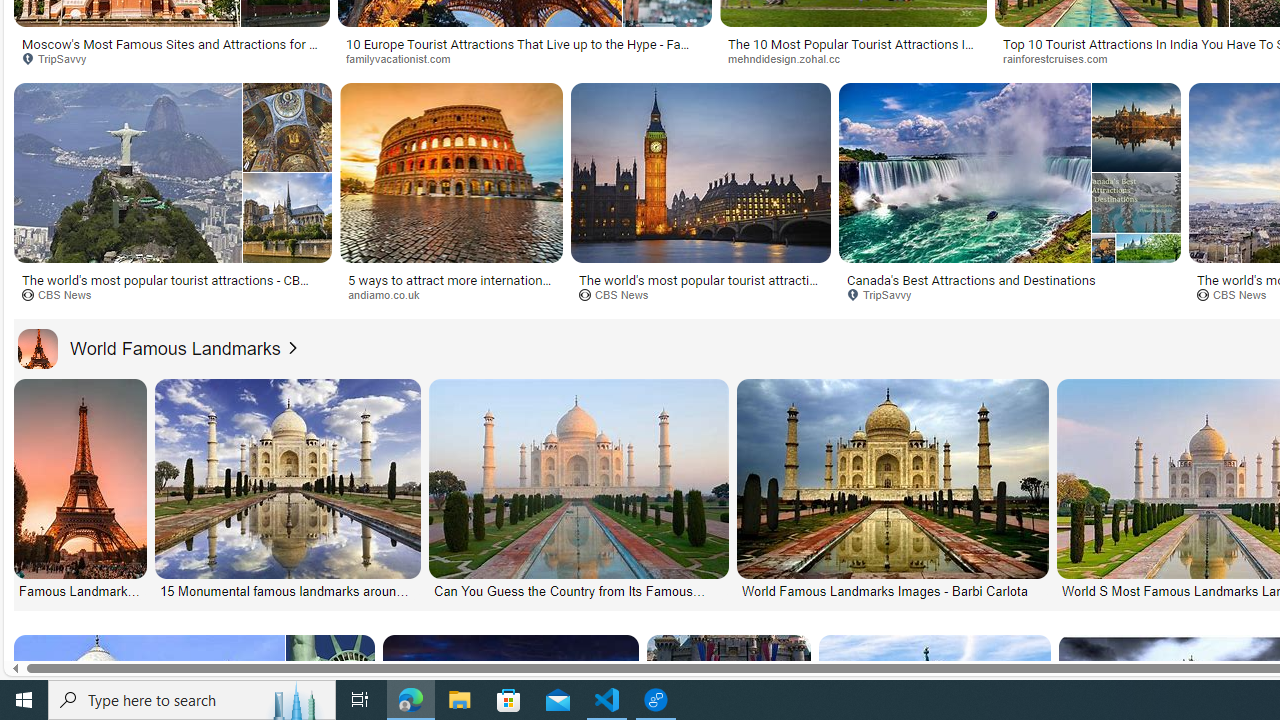 The height and width of the screenshot is (720, 1280). I want to click on 'The 10 Most Popular Tourist Attractions In The World - ZOHAL', so click(853, 50).